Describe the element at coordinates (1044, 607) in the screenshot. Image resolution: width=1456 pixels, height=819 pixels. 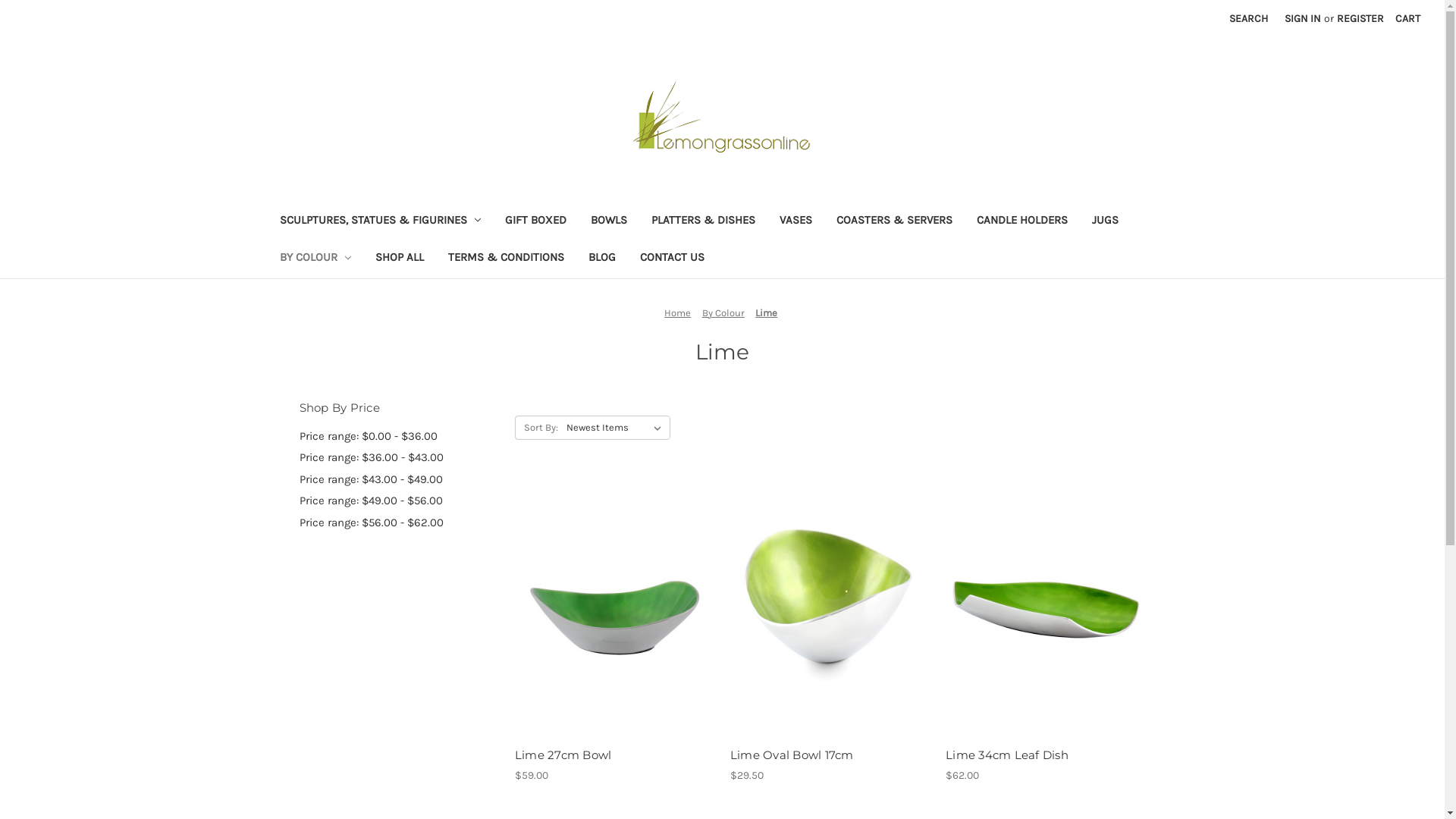
I see `'Lime 34cm Leaf Dish'` at that location.